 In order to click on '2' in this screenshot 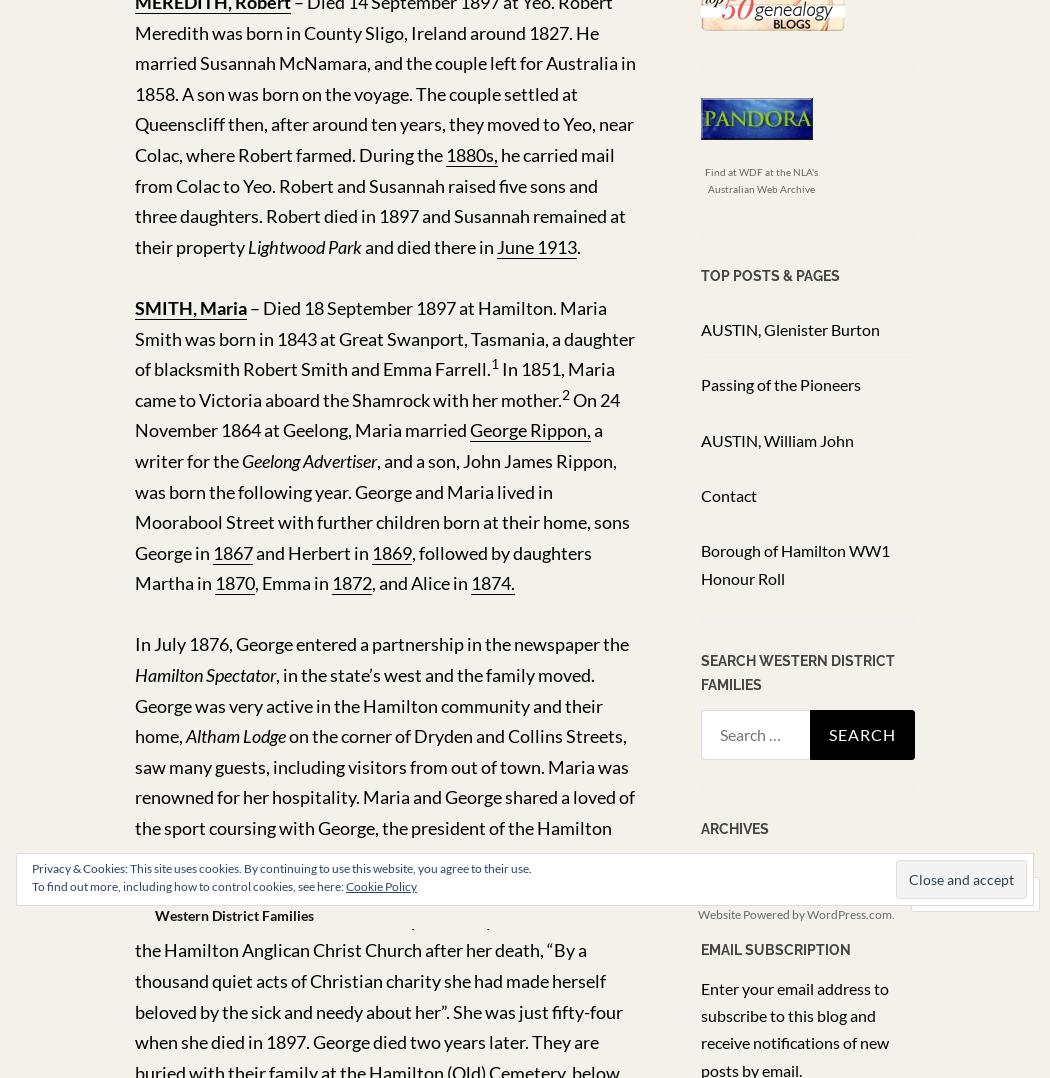, I will do `click(561, 393)`.